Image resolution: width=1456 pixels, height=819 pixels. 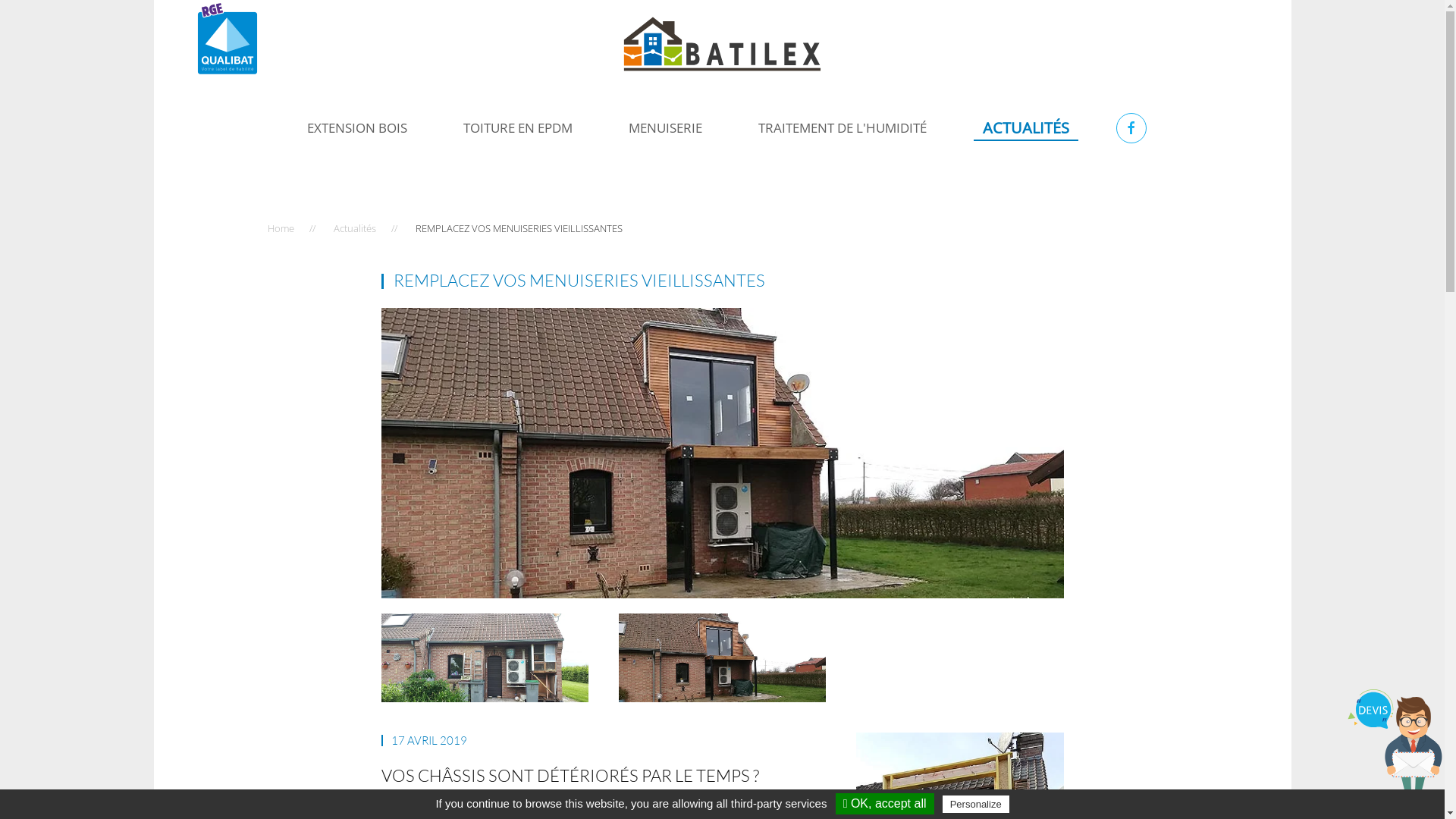 I want to click on 'Home', so click(x=280, y=227).